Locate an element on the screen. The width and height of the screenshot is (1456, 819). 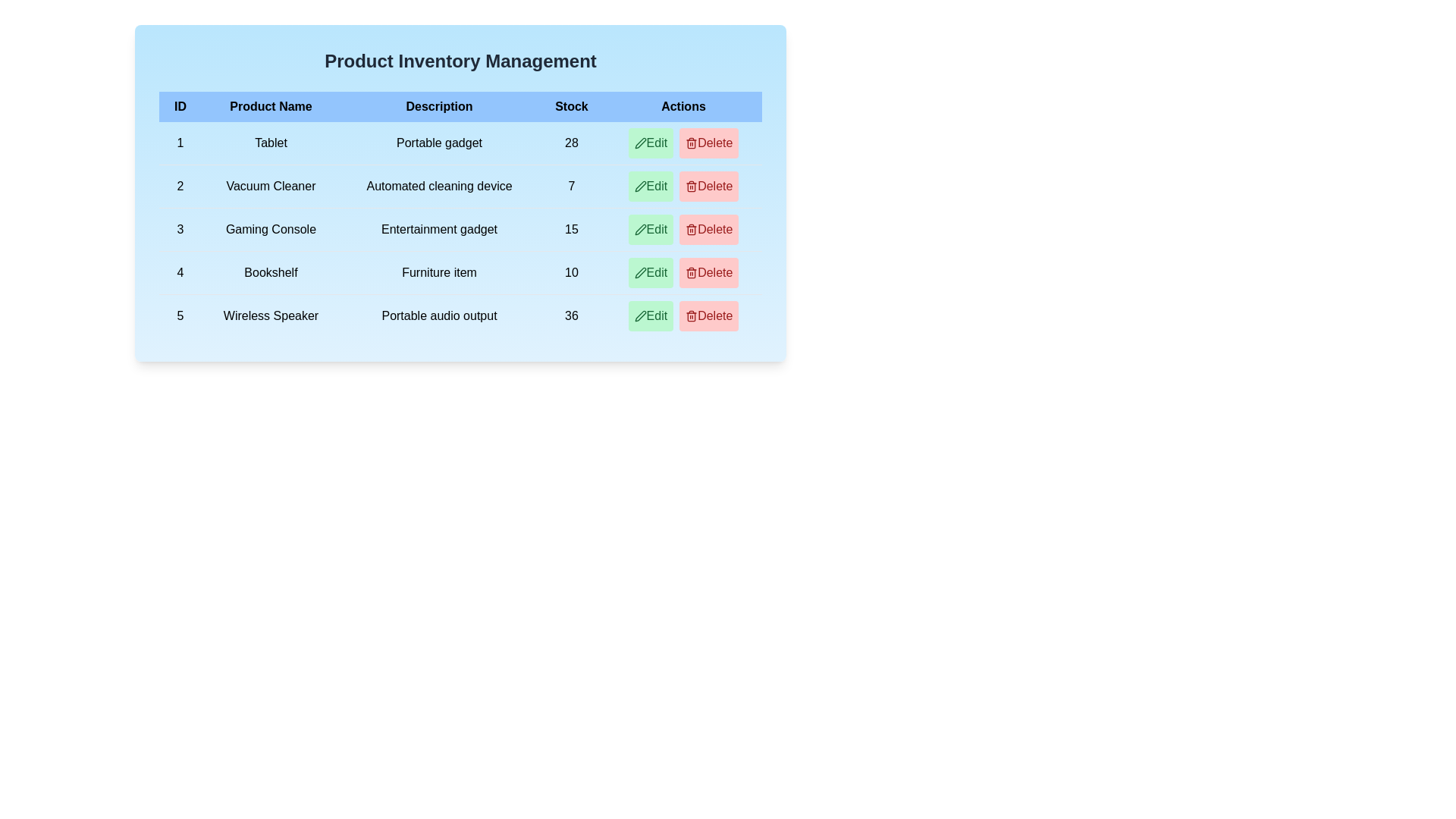
the delete icon located inside the 'Delete' button, which is positioned in the second row of the table for the product 'Vacuum Cleaner' is located at coordinates (691, 143).